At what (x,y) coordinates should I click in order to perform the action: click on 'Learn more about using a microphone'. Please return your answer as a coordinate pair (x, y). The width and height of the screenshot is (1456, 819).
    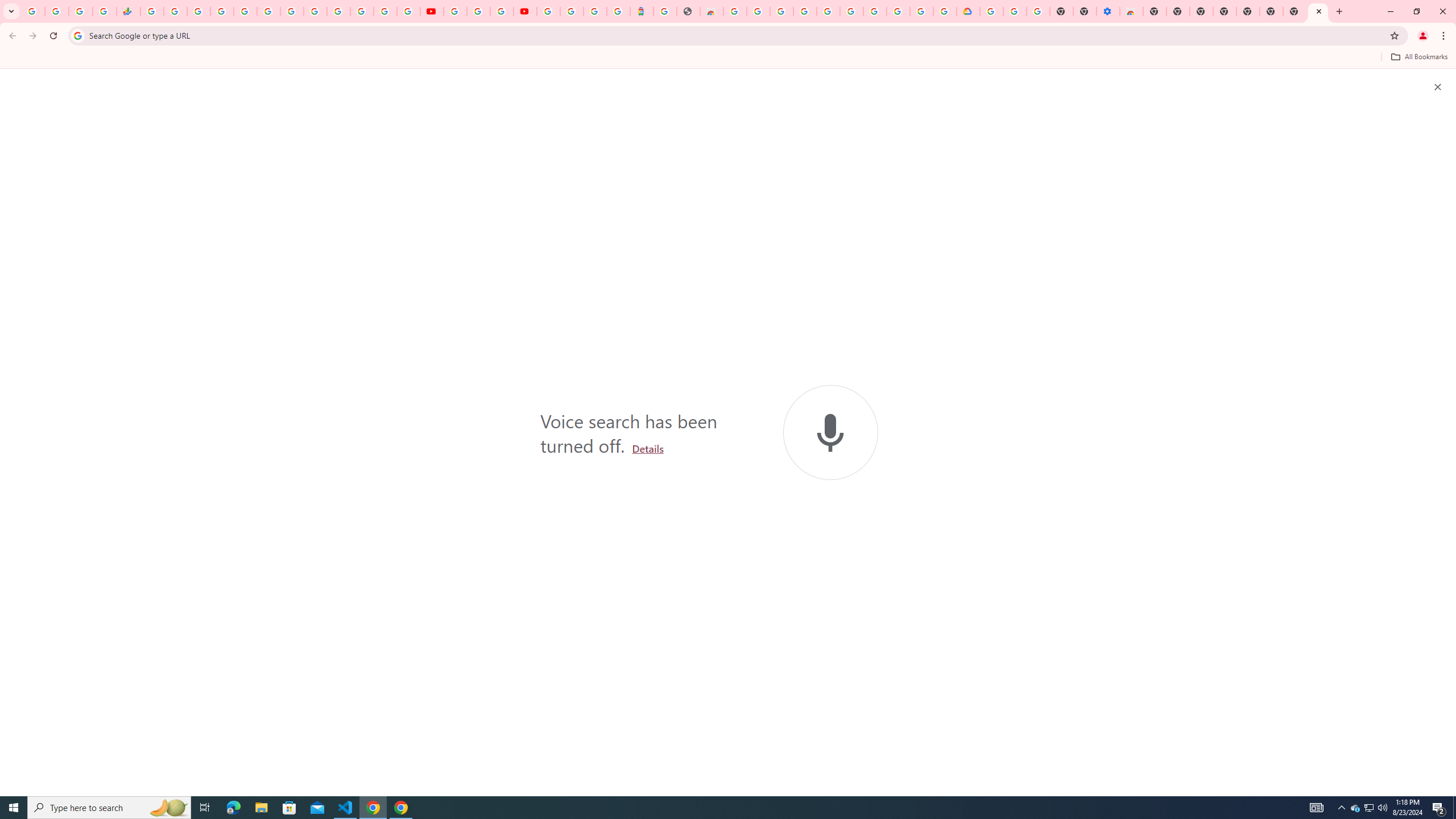
    Looking at the image, I should click on (647, 448).